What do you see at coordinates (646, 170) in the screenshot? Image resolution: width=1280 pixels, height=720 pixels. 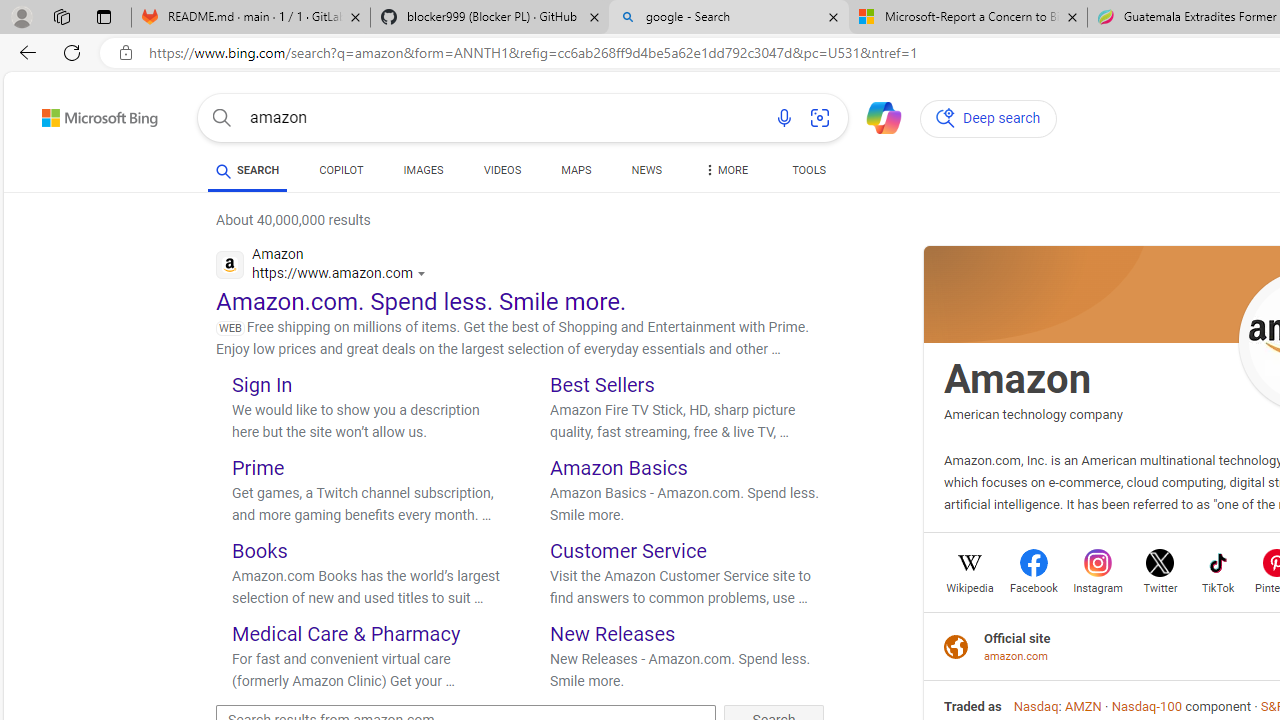 I see `'NEWS'` at bounding box center [646, 170].